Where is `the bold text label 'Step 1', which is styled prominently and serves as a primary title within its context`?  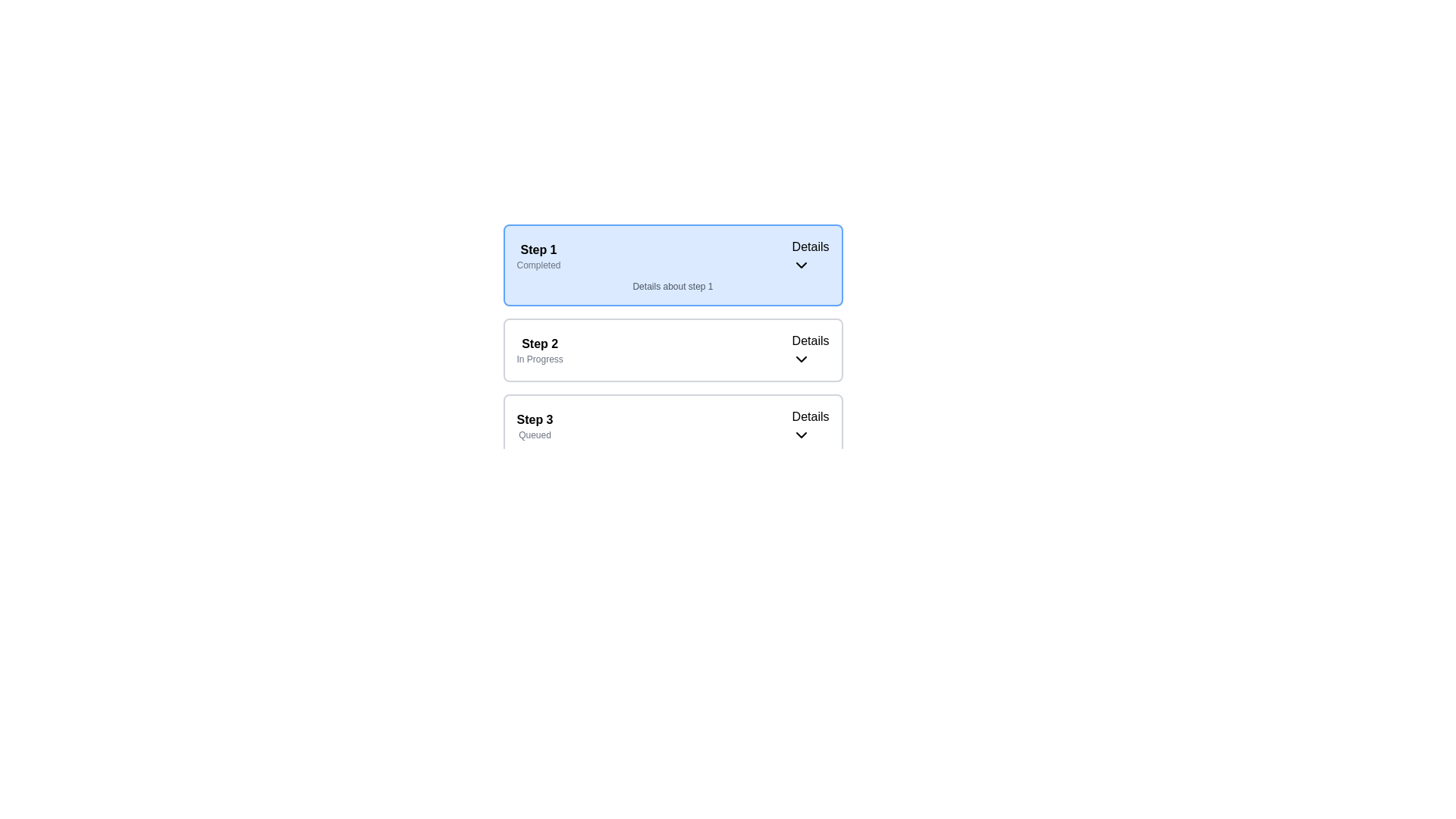 the bold text label 'Step 1', which is styled prominently and serves as a primary title within its context is located at coordinates (538, 249).